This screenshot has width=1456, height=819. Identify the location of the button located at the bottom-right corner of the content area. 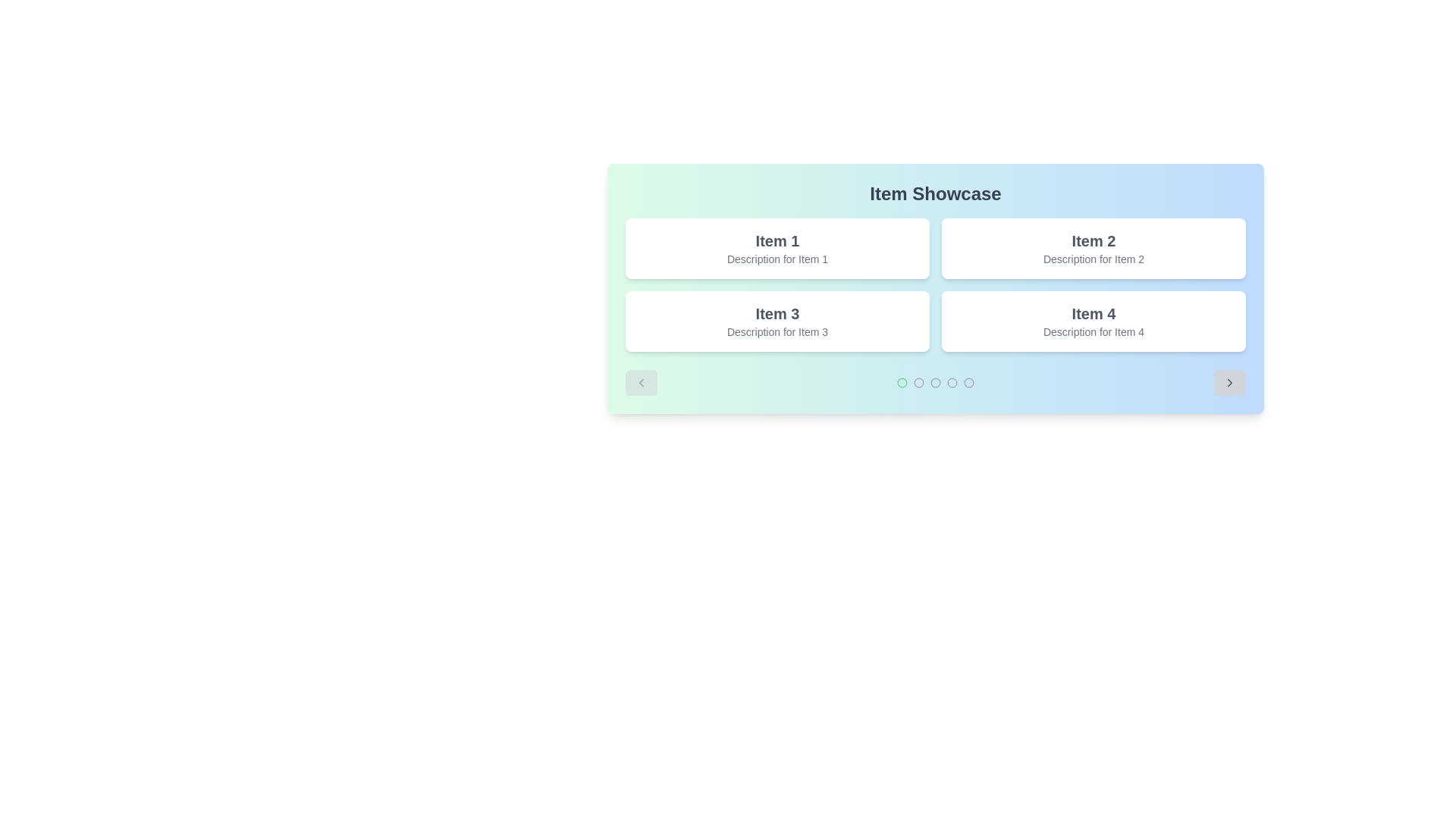
(1230, 382).